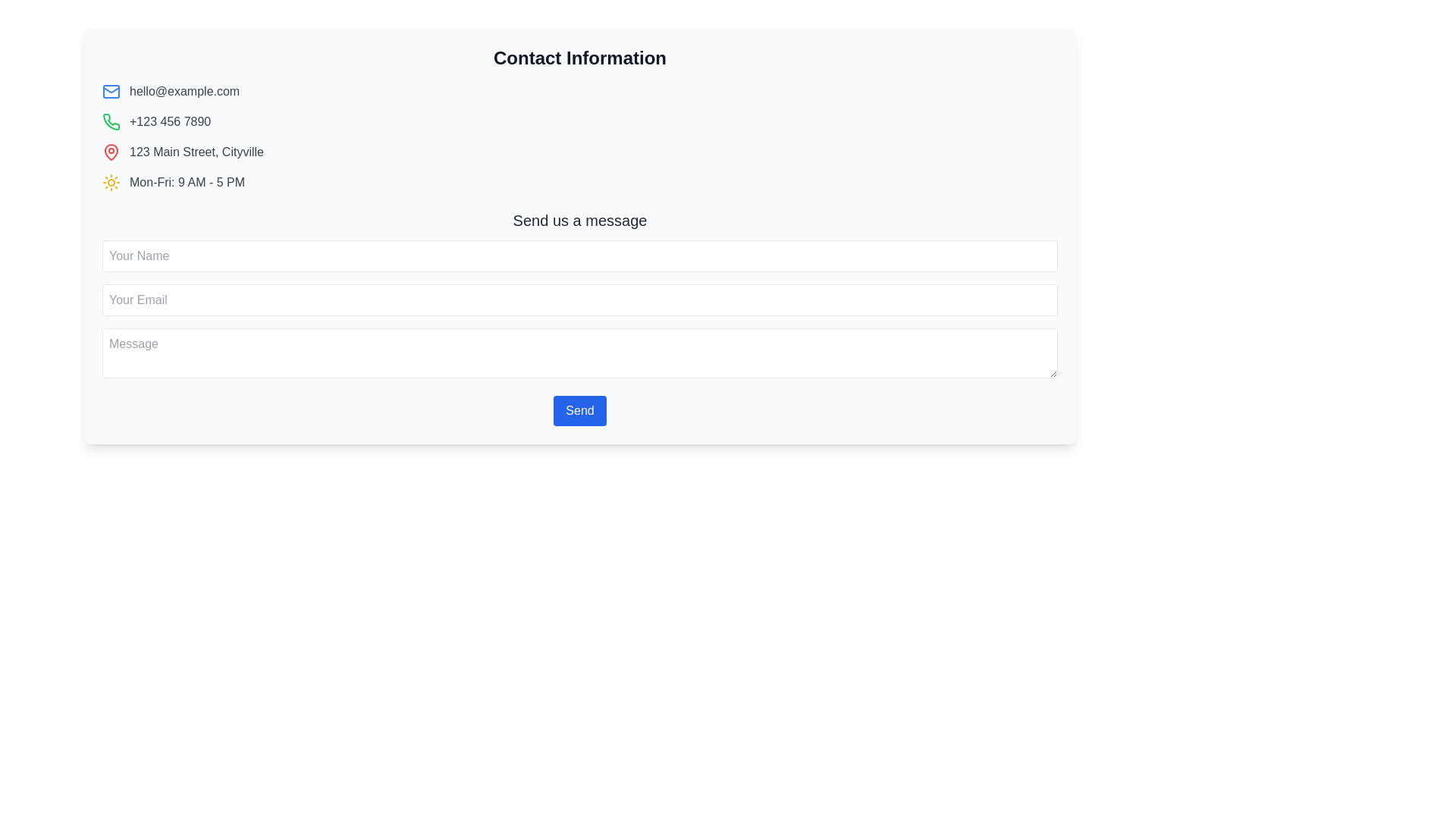 This screenshot has height=819, width=1456. What do you see at coordinates (187, 181) in the screenshot?
I see `static text label that indicates the operational time frame for service hours, located as the fourth item in the contact information list and directly to the right of the sun icon` at bounding box center [187, 181].